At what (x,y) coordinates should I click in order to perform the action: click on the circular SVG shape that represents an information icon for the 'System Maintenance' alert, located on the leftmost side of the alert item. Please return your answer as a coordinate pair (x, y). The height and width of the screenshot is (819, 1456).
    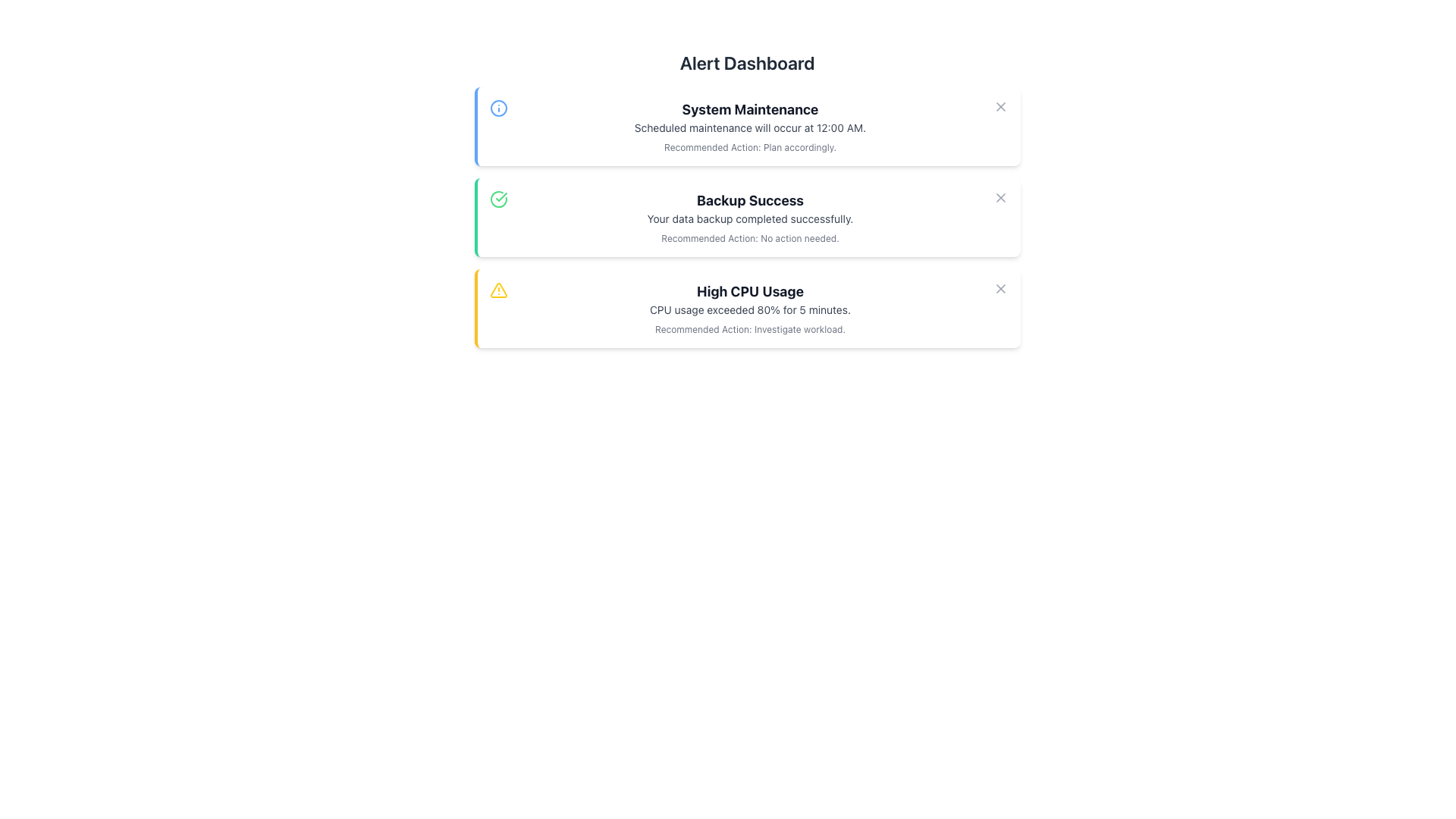
    Looking at the image, I should click on (498, 107).